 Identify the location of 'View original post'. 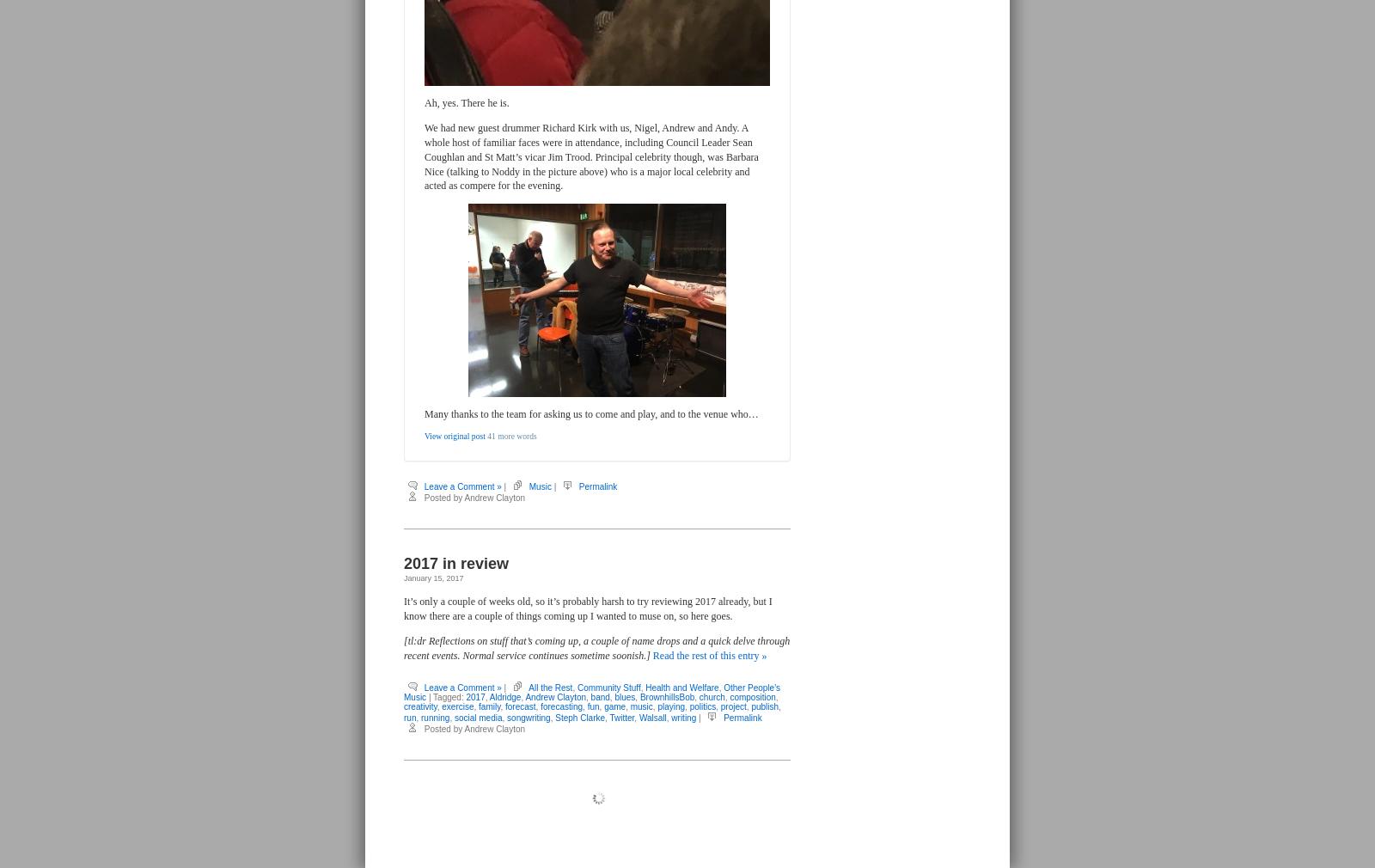
(453, 435).